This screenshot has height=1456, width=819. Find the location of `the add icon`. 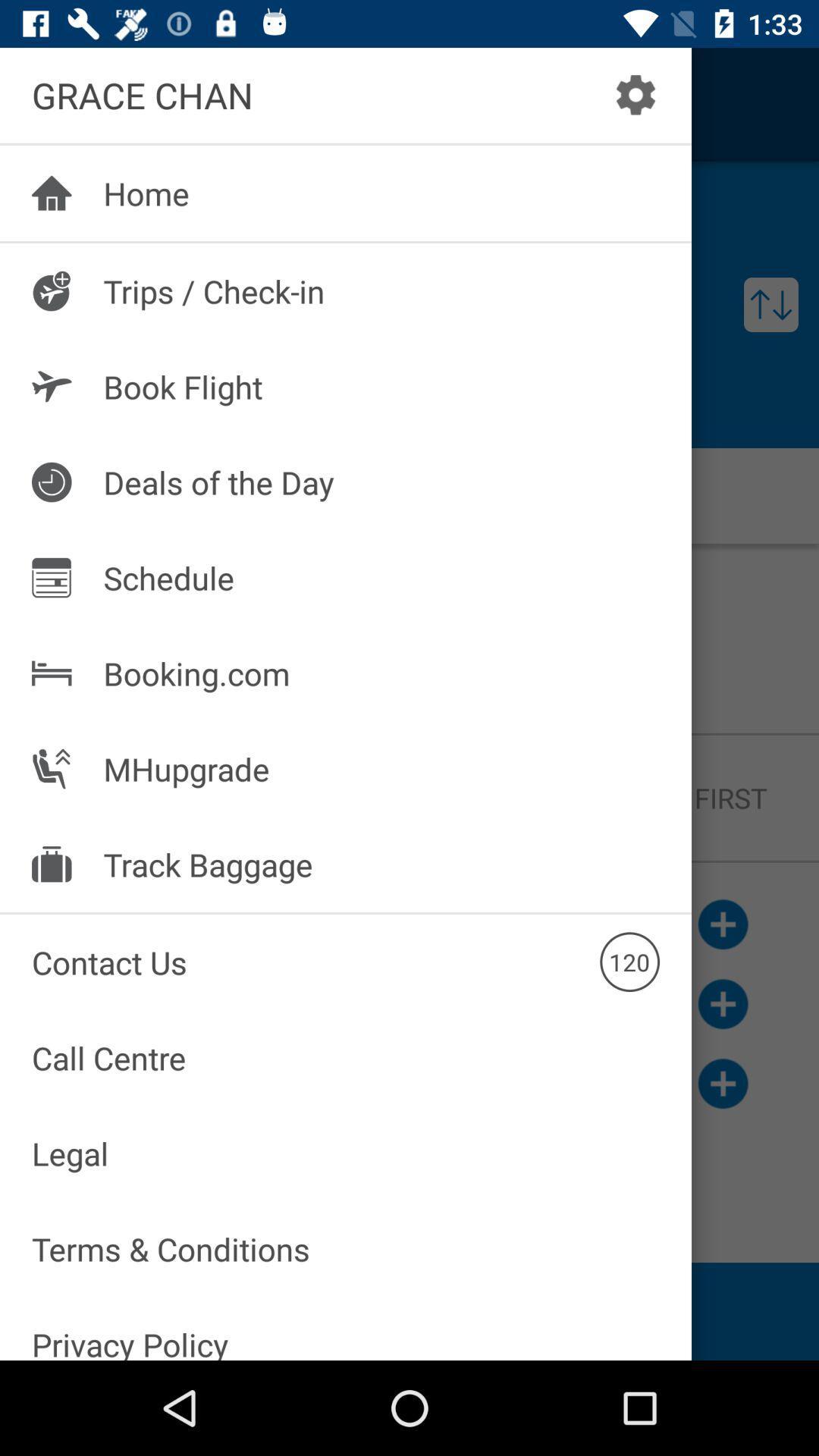

the add icon is located at coordinates (722, 1083).